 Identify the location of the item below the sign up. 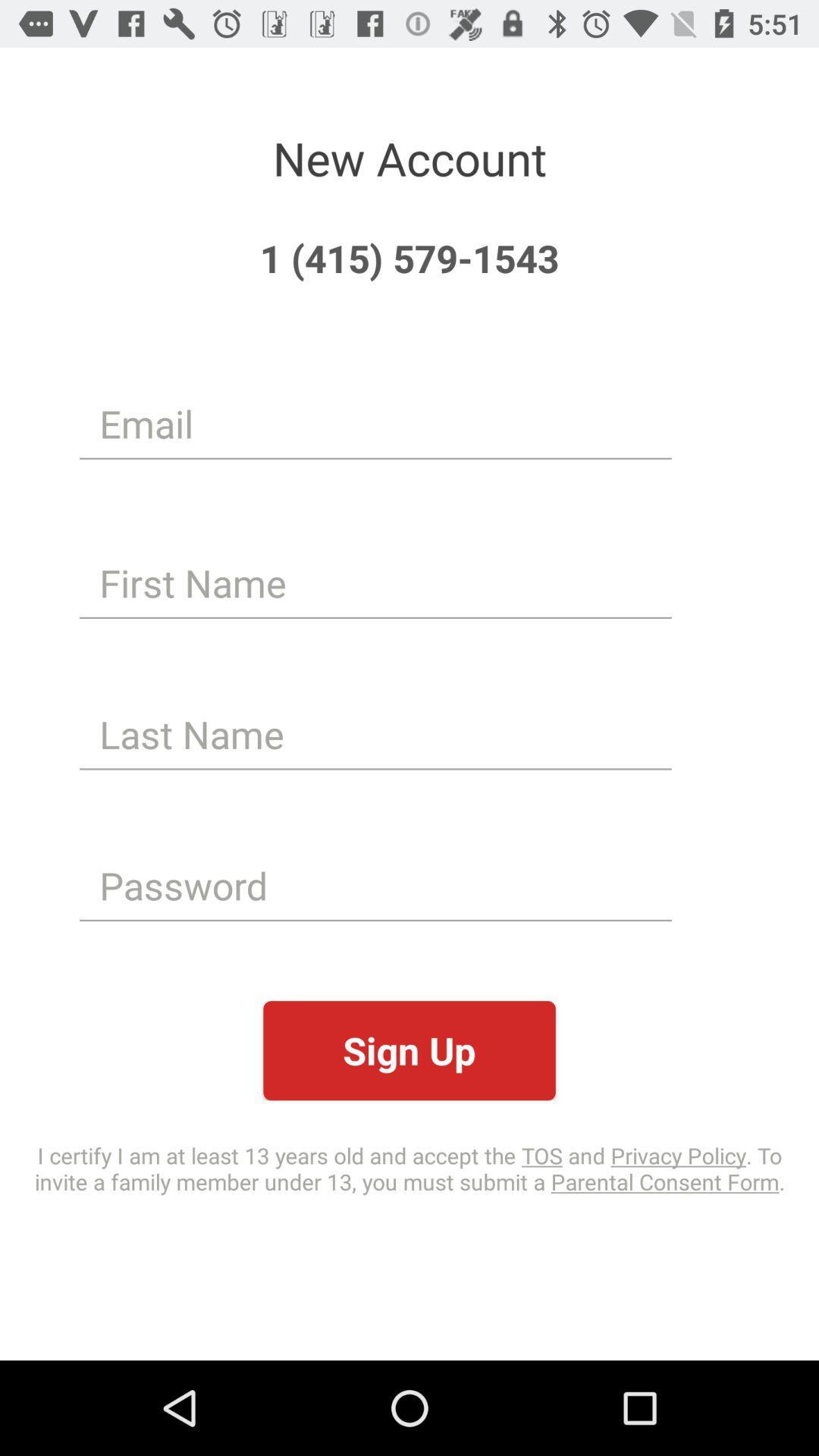
(409, 1167).